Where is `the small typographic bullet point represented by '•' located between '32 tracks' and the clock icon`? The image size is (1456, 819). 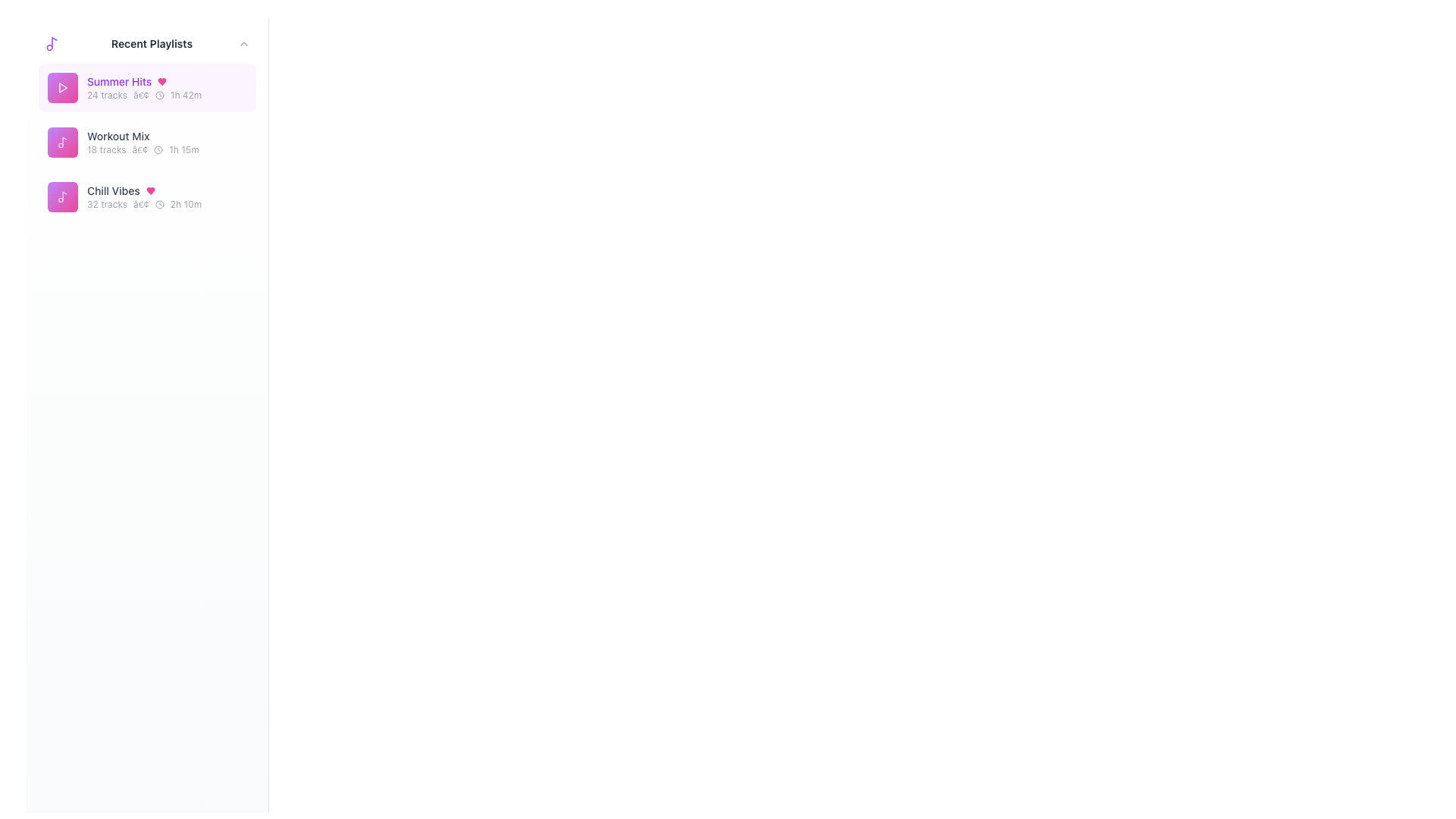 the small typographic bullet point represented by '•' located between '32 tracks' and the clock icon is located at coordinates (141, 205).